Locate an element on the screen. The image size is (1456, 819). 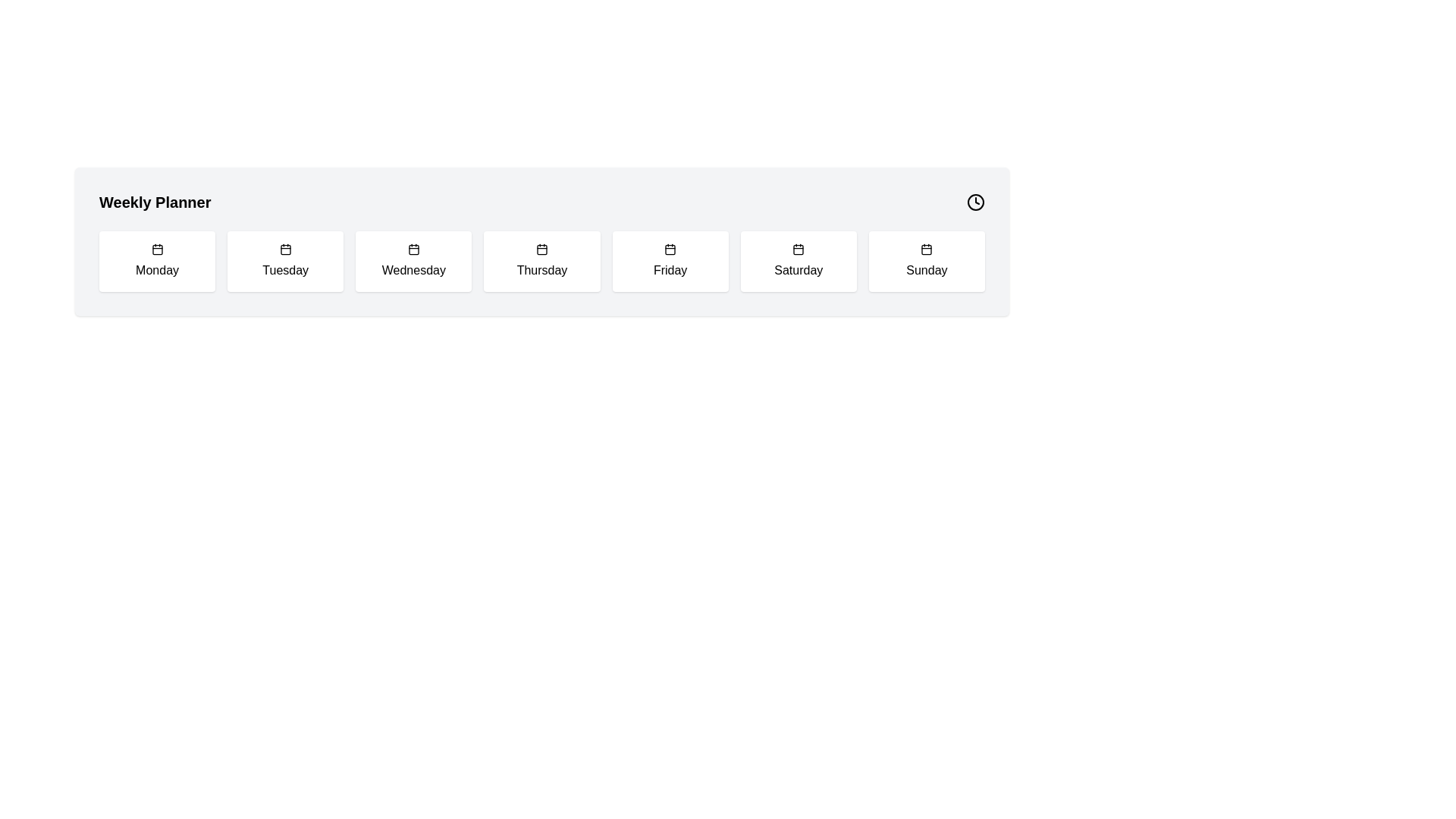
the 'Monday' button in the Weekly Planner is located at coordinates (157, 260).